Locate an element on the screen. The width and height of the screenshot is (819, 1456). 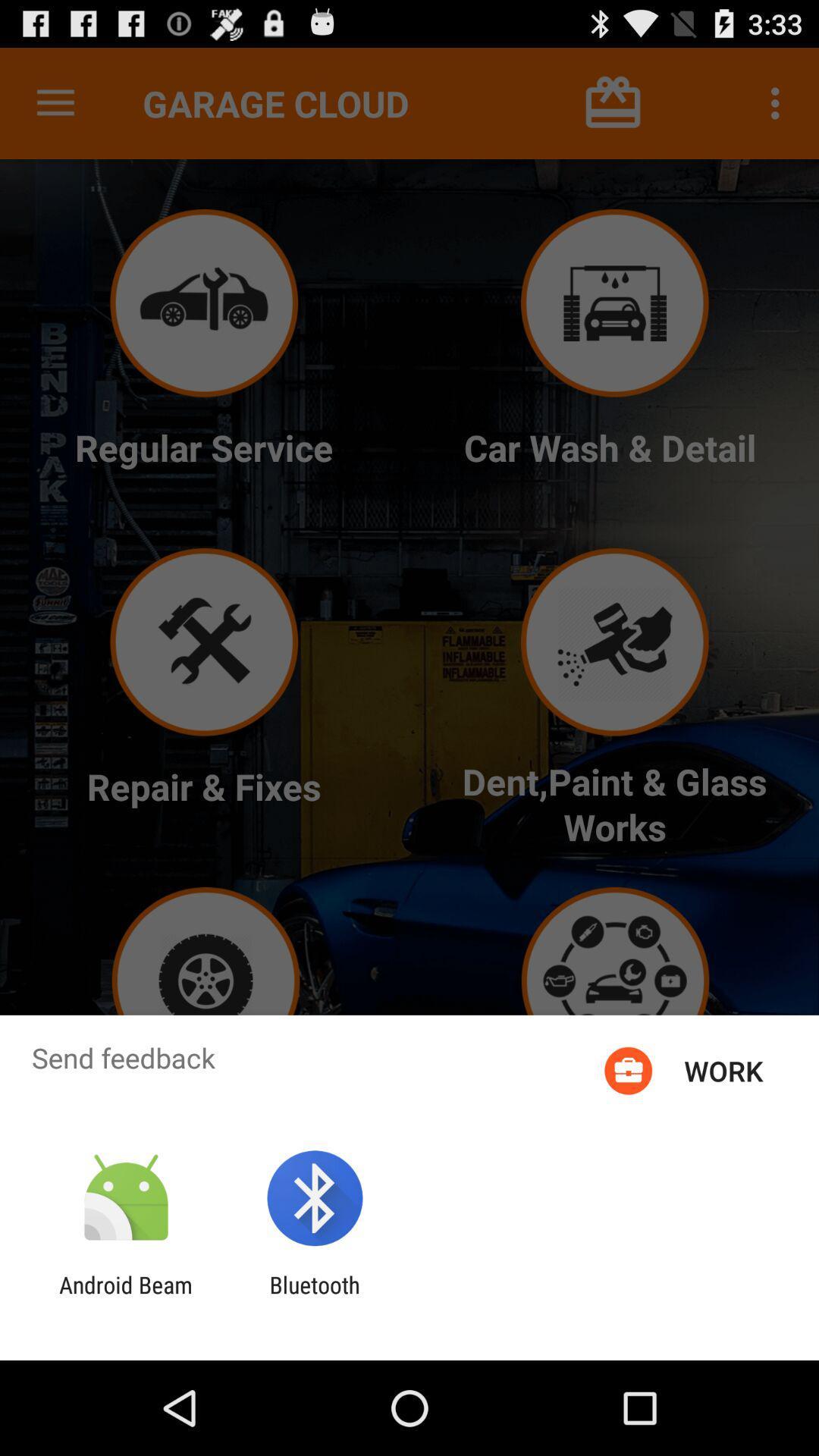
the icon next to the android beam icon is located at coordinates (314, 1298).